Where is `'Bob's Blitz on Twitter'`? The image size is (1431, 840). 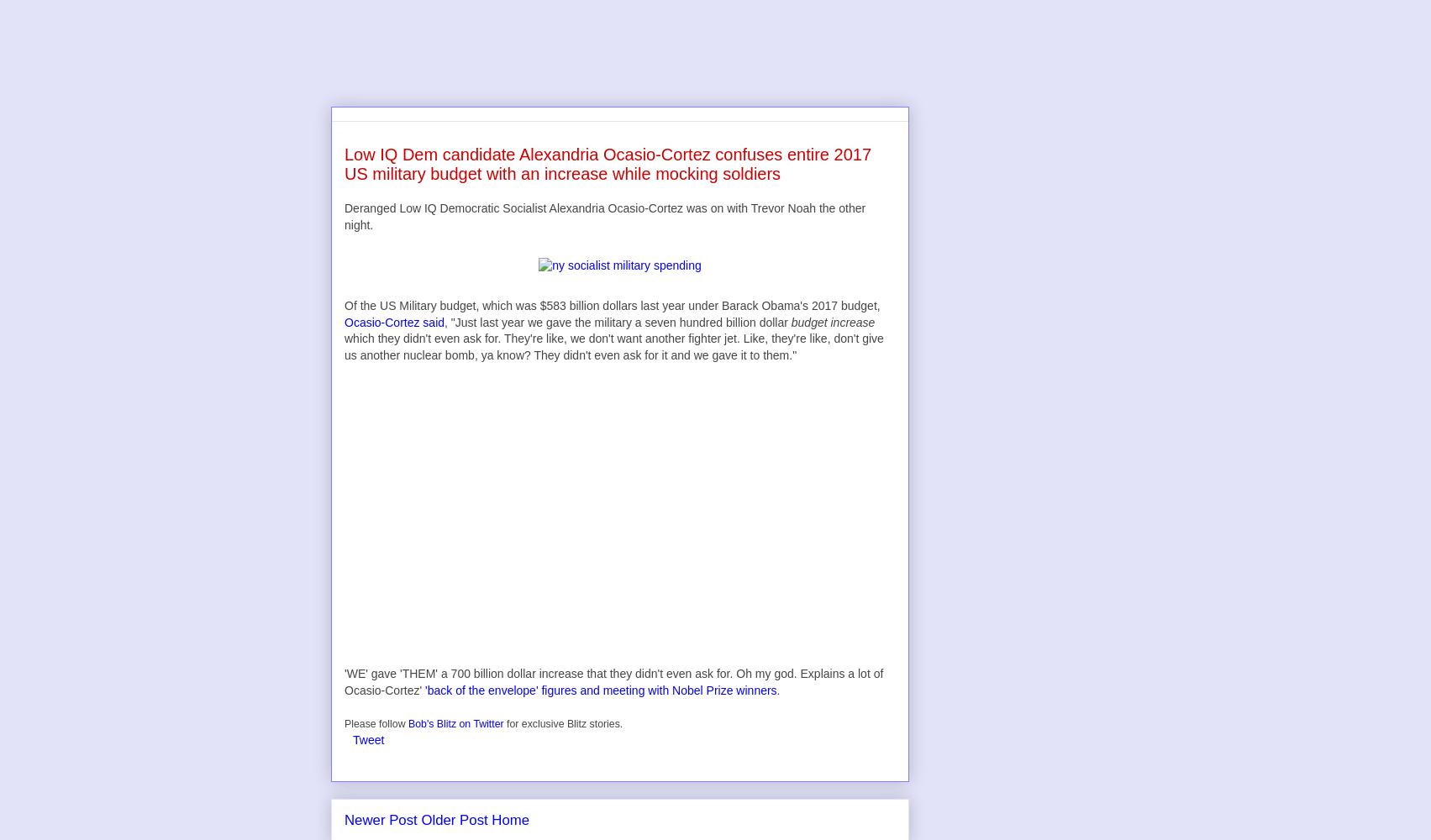 'Bob's Blitz on Twitter' is located at coordinates (455, 722).